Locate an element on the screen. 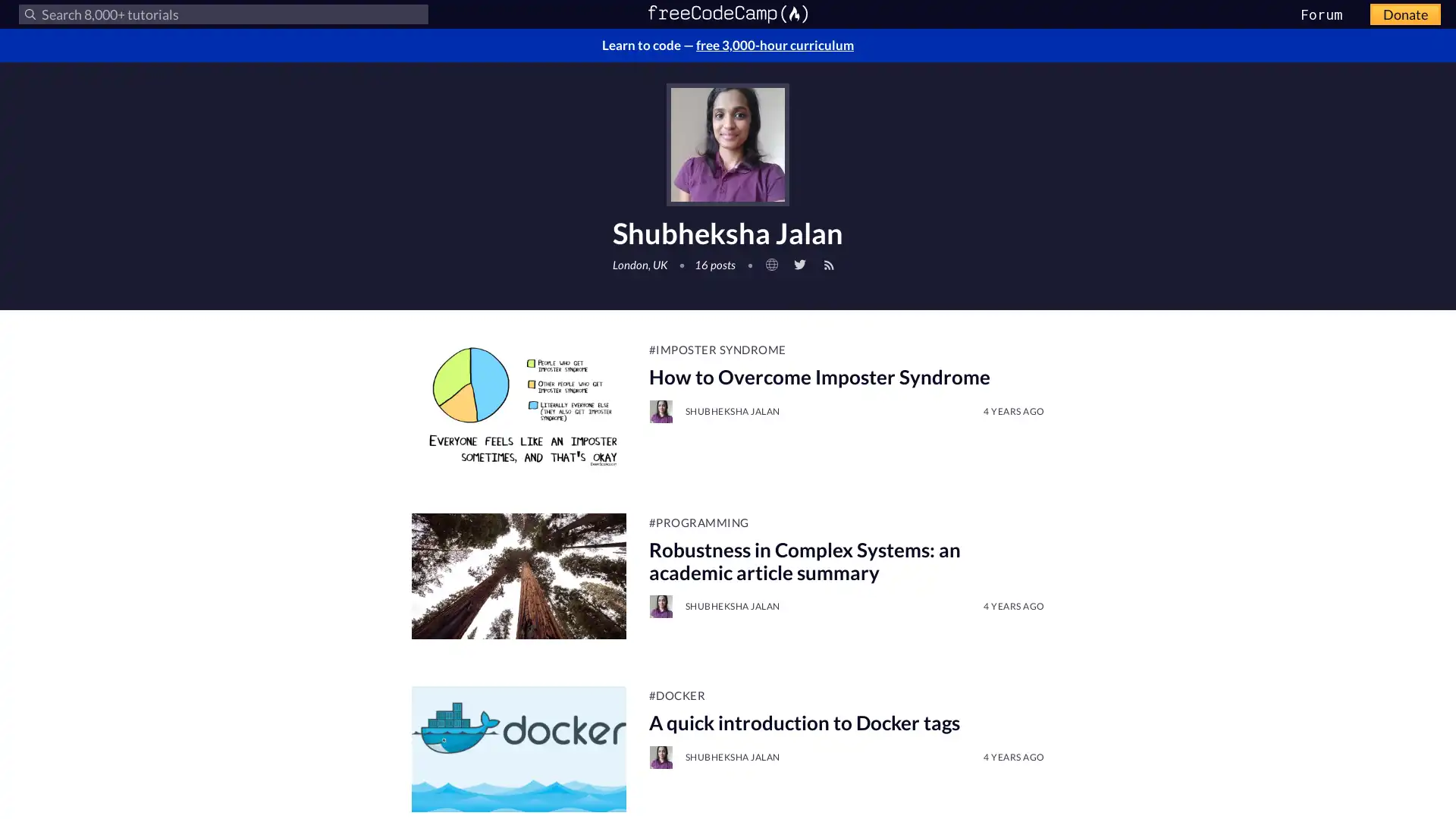 This screenshot has height=819, width=1456. Submit your search query is located at coordinates (30, 14).